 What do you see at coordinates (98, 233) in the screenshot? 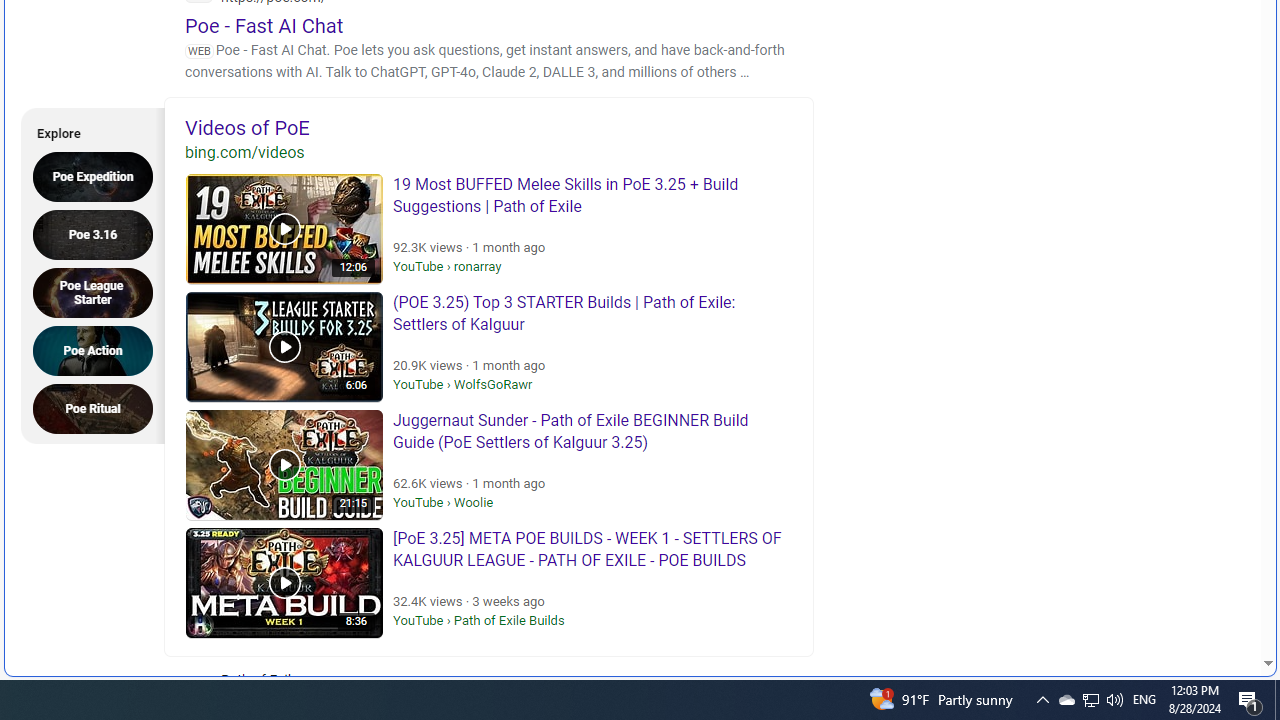
I see `'Poe 3.16'` at bounding box center [98, 233].